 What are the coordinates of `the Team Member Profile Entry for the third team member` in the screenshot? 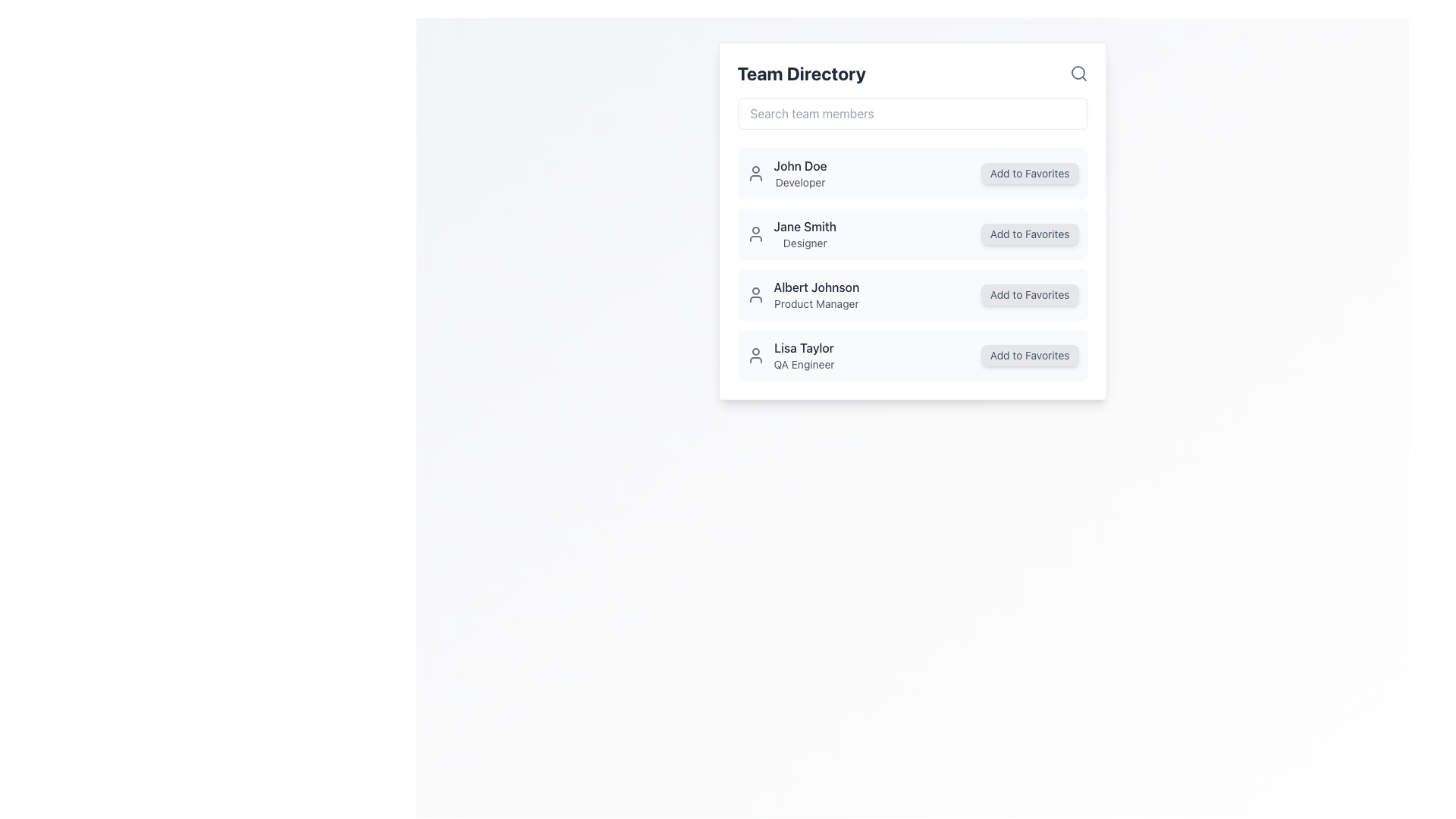 It's located at (802, 295).